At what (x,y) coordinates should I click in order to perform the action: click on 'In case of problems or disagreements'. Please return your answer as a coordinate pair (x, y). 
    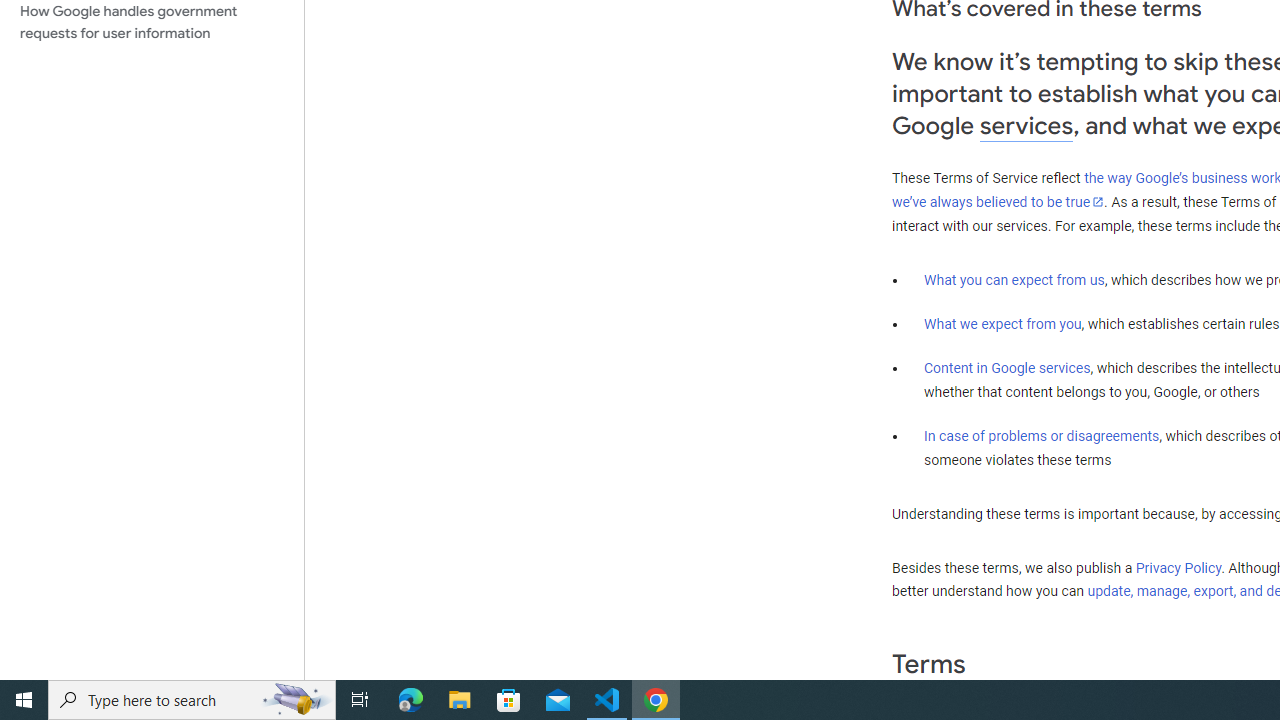
    Looking at the image, I should click on (1040, 434).